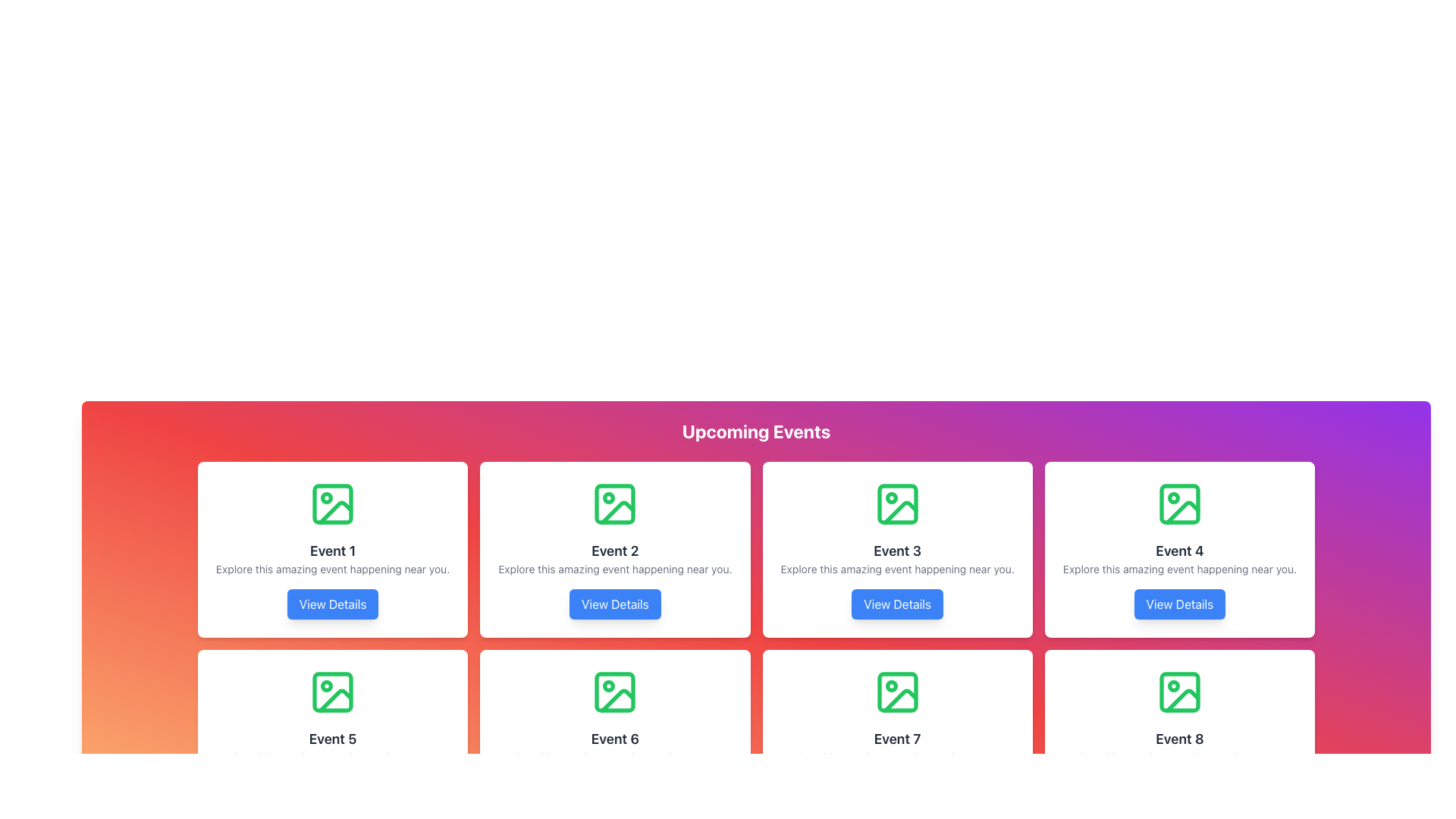 The height and width of the screenshot is (819, 1456). What do you see at coordinates (332, 504) in the screenshot?
I see `the icon representing an image at the top-left corner of the first event card in the grid` at bounding box center [332, 504].